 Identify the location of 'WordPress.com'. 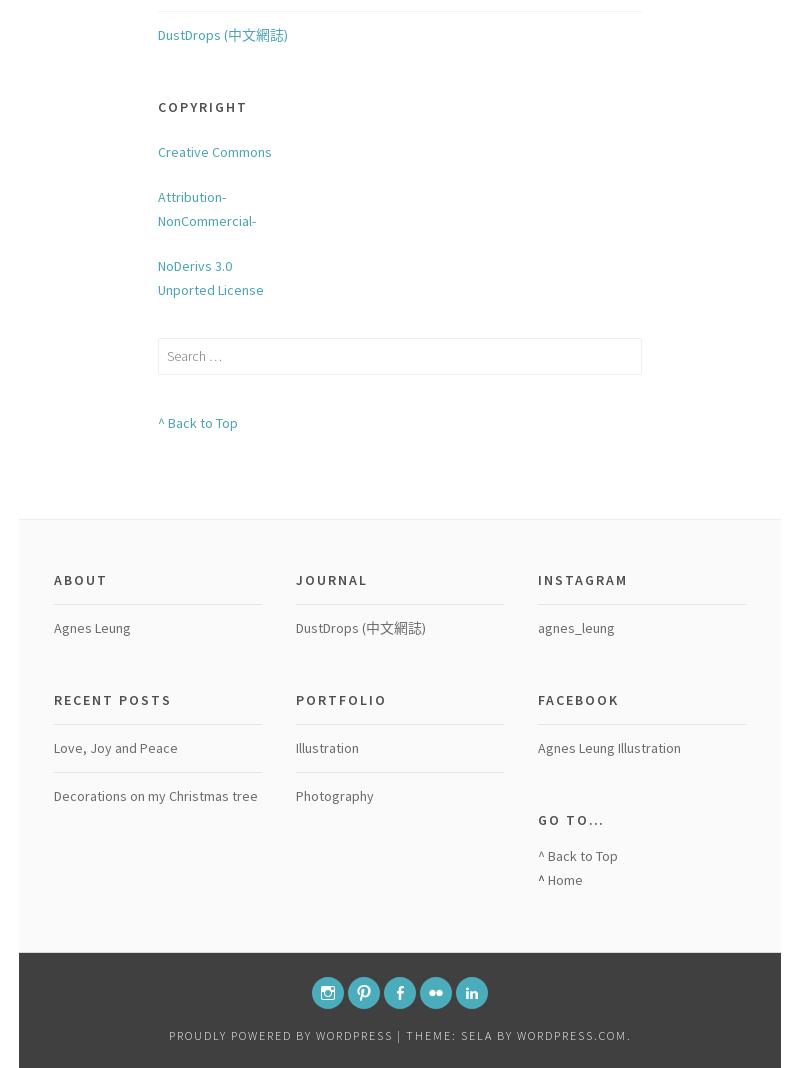
(515, 1034).